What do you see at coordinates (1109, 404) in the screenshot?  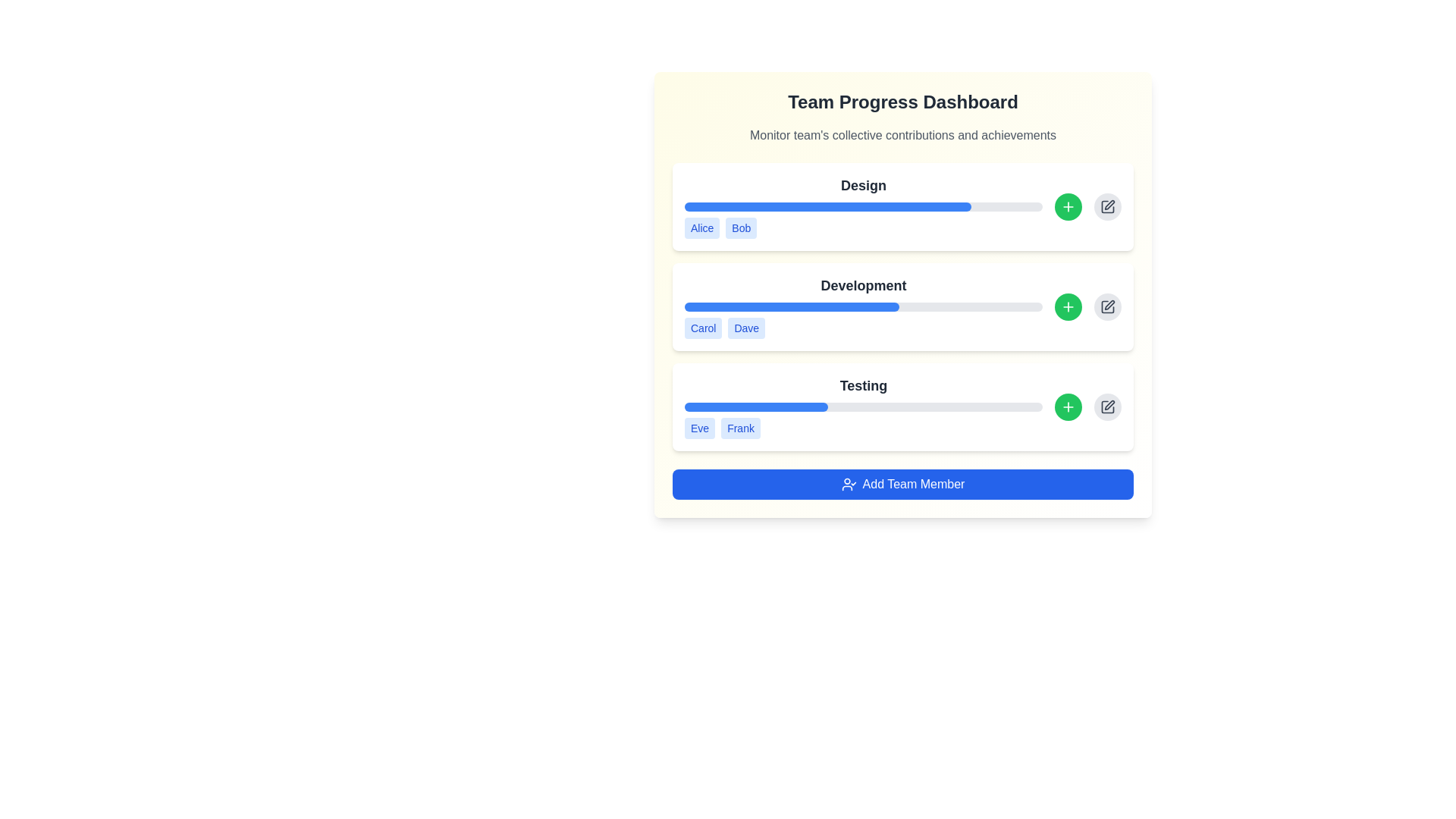 I see `the editing icon located in the lower-right section of the 'Testing' panel of the dashboard` at bounding box center [1109, 404].